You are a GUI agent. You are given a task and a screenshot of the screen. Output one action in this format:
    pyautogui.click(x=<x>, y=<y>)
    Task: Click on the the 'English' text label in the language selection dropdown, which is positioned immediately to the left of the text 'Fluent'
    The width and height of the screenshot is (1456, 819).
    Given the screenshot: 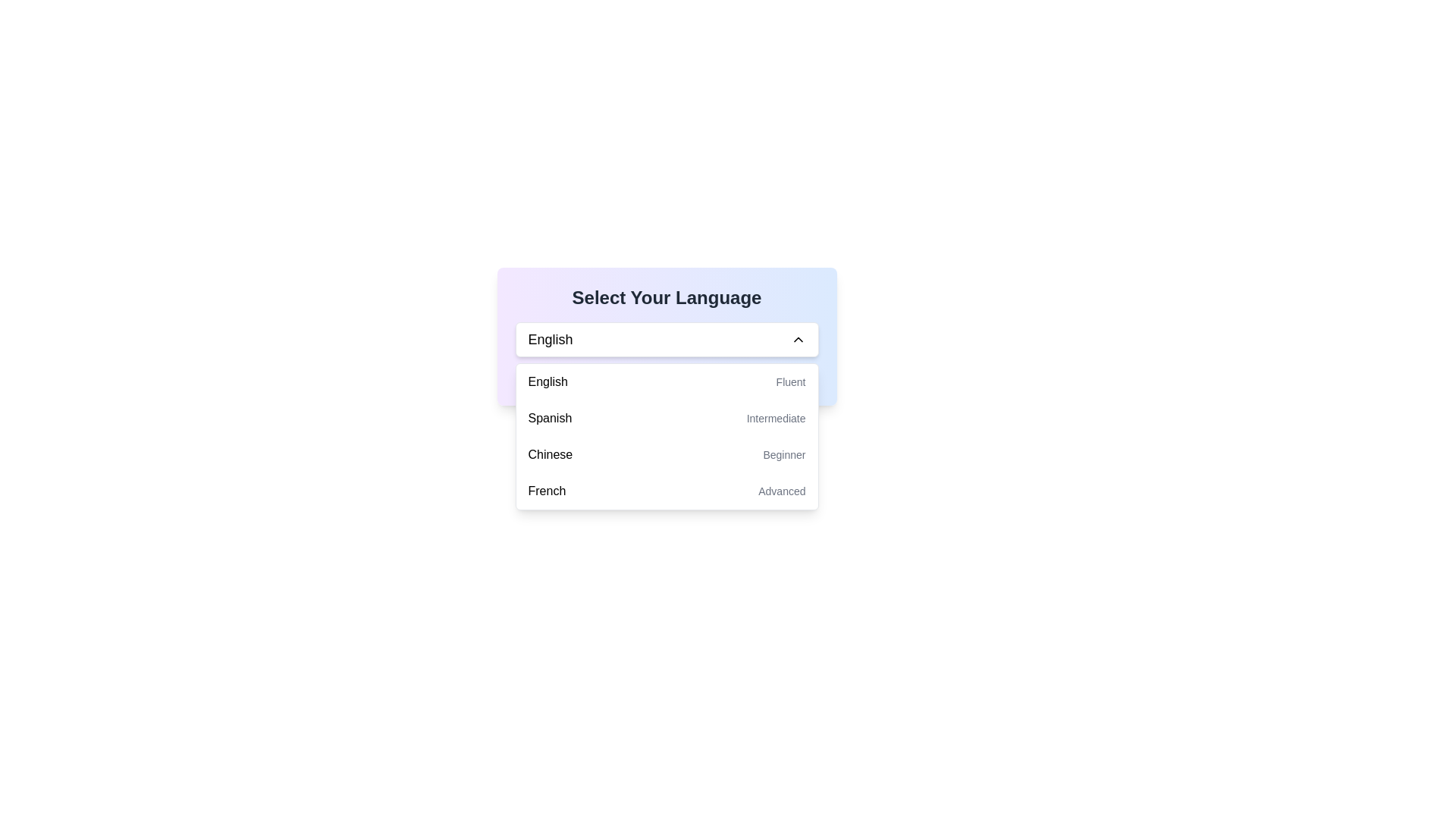 What is the action you would take?
    pyautogui.click(x=547, y=381)
    